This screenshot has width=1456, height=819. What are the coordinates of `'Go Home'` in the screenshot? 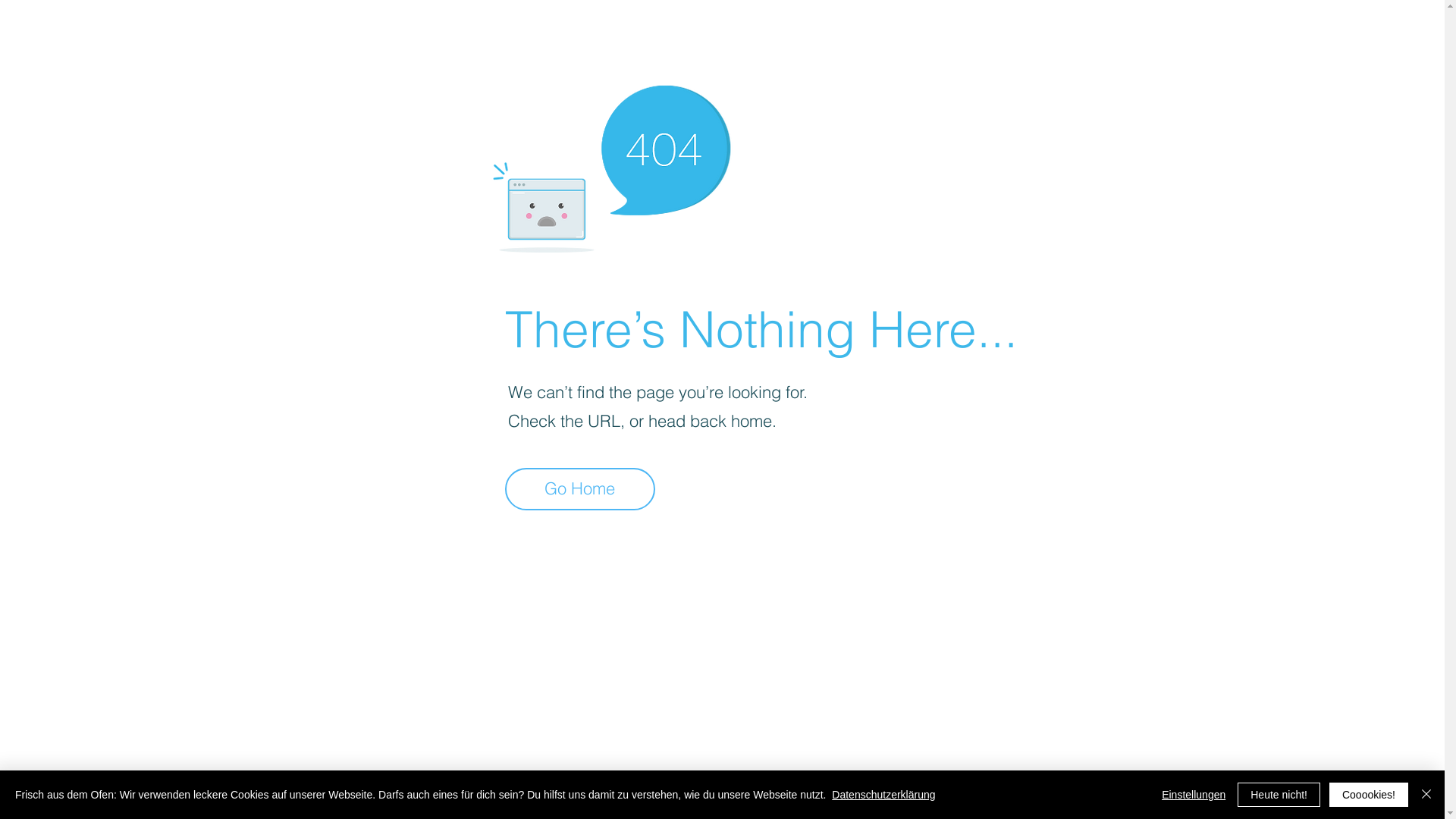 It's located at (579, 488).